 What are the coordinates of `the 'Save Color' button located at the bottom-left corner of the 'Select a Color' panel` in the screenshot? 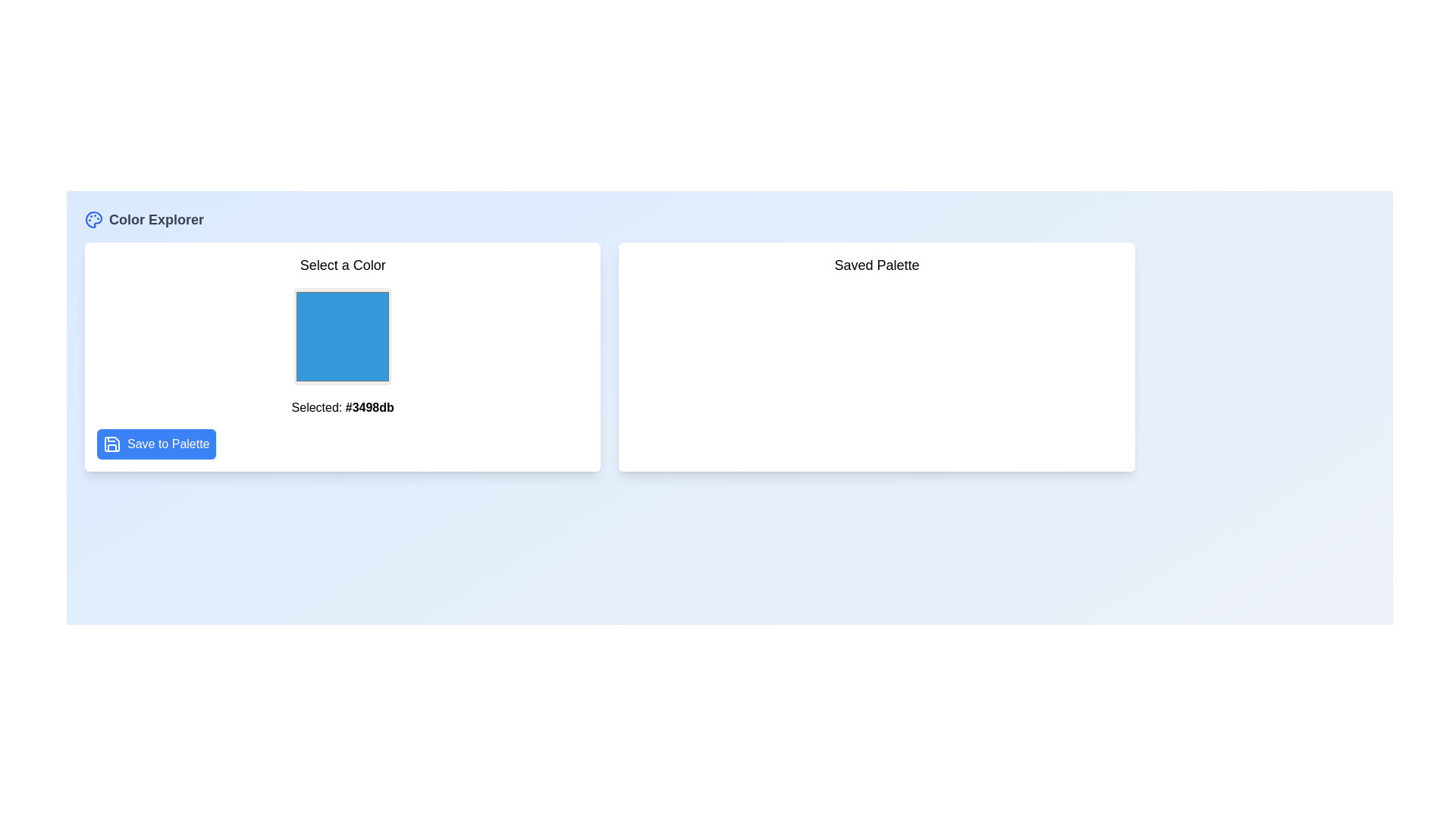 It's located at (156, 444).